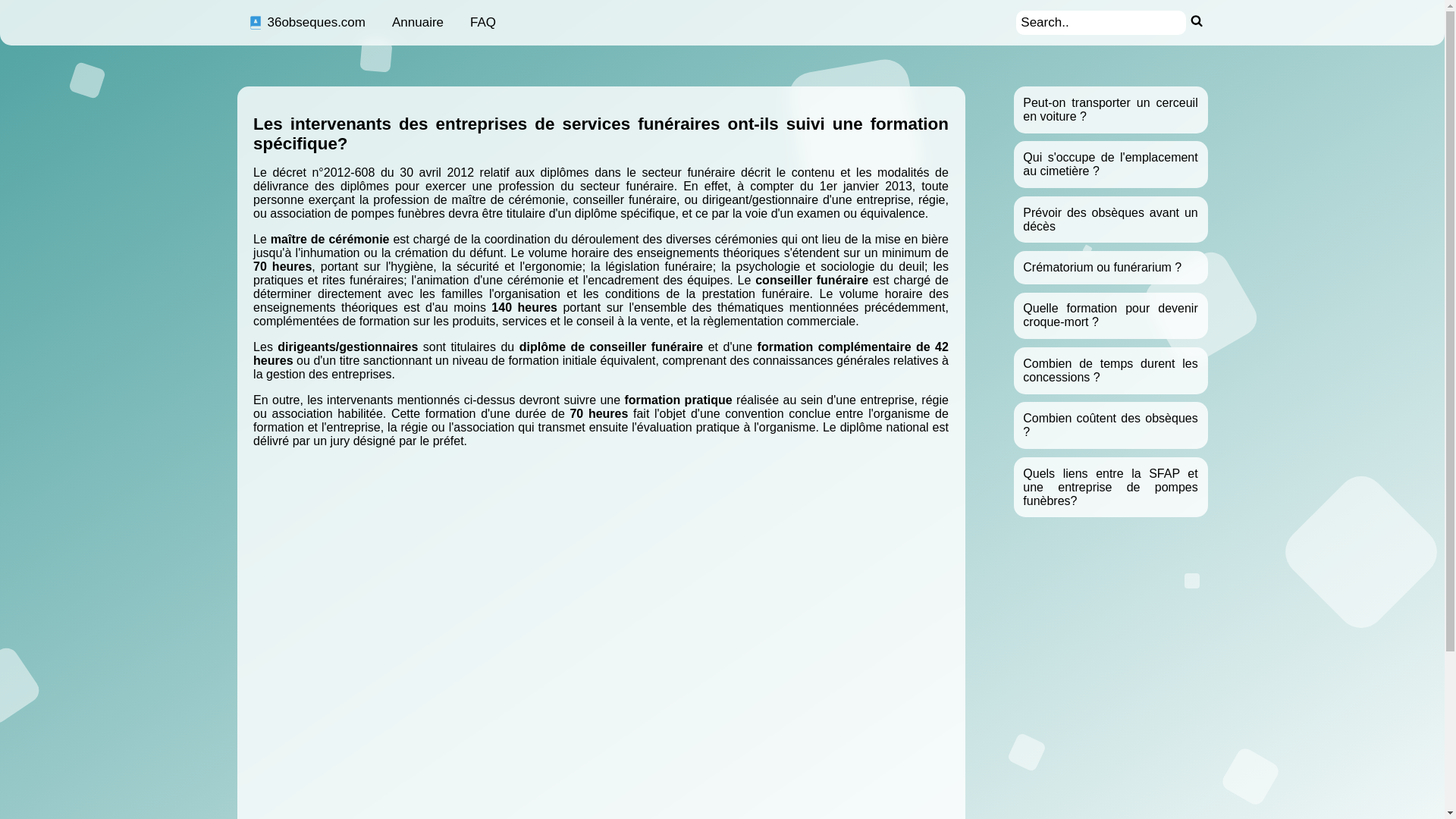 This screenshot has height=819, width=1456. What do you see at coordinates (305, 23) in the screenshot?
I see `'36obseques.com'` at bounding box center [305, 23].